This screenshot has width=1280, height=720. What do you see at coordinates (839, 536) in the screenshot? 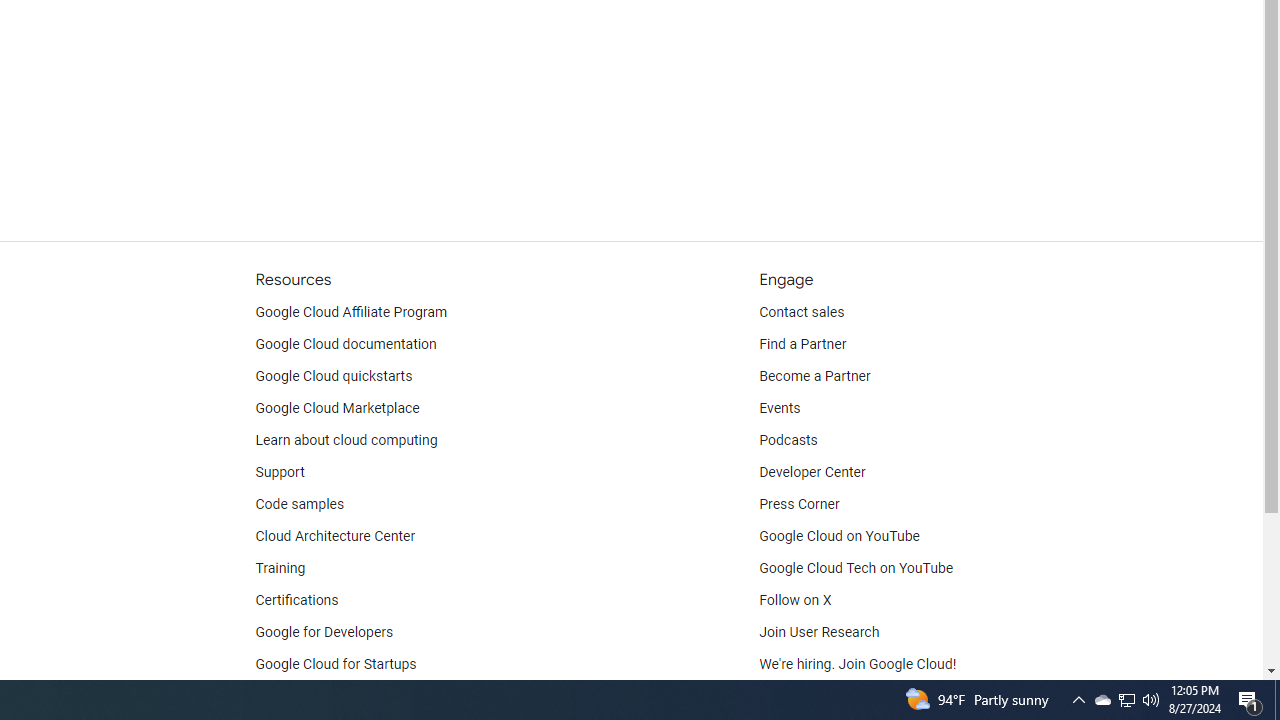
I see `'Google Cloud on YouTube'` at bounding box center [839, 536].